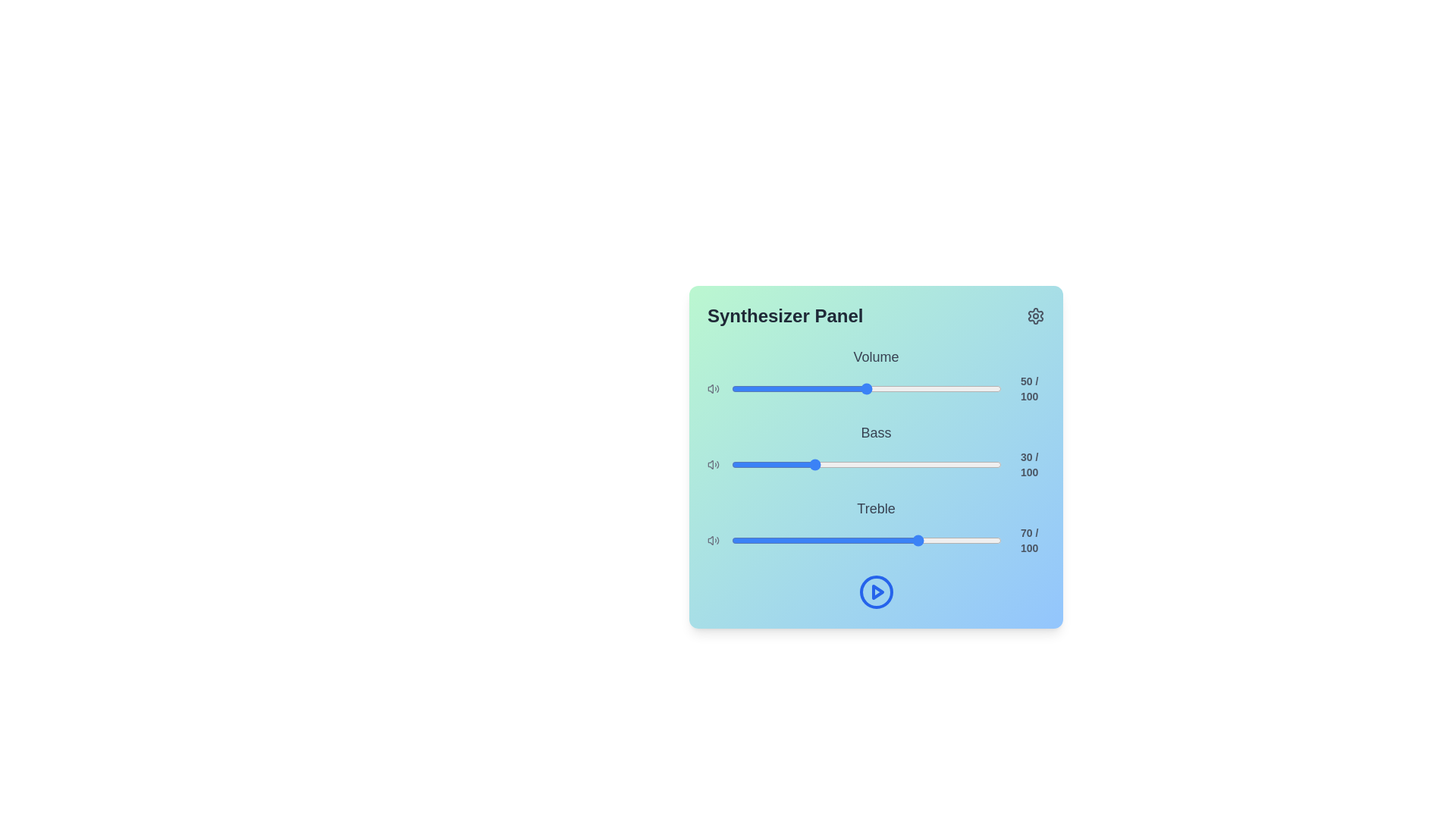 This screenshot has height=819, width=1456. What do you see at coordinates (968, 464) in the screenshot?
I see `the bass slider to set the bass level to 88` at bounding box center [968, 464].